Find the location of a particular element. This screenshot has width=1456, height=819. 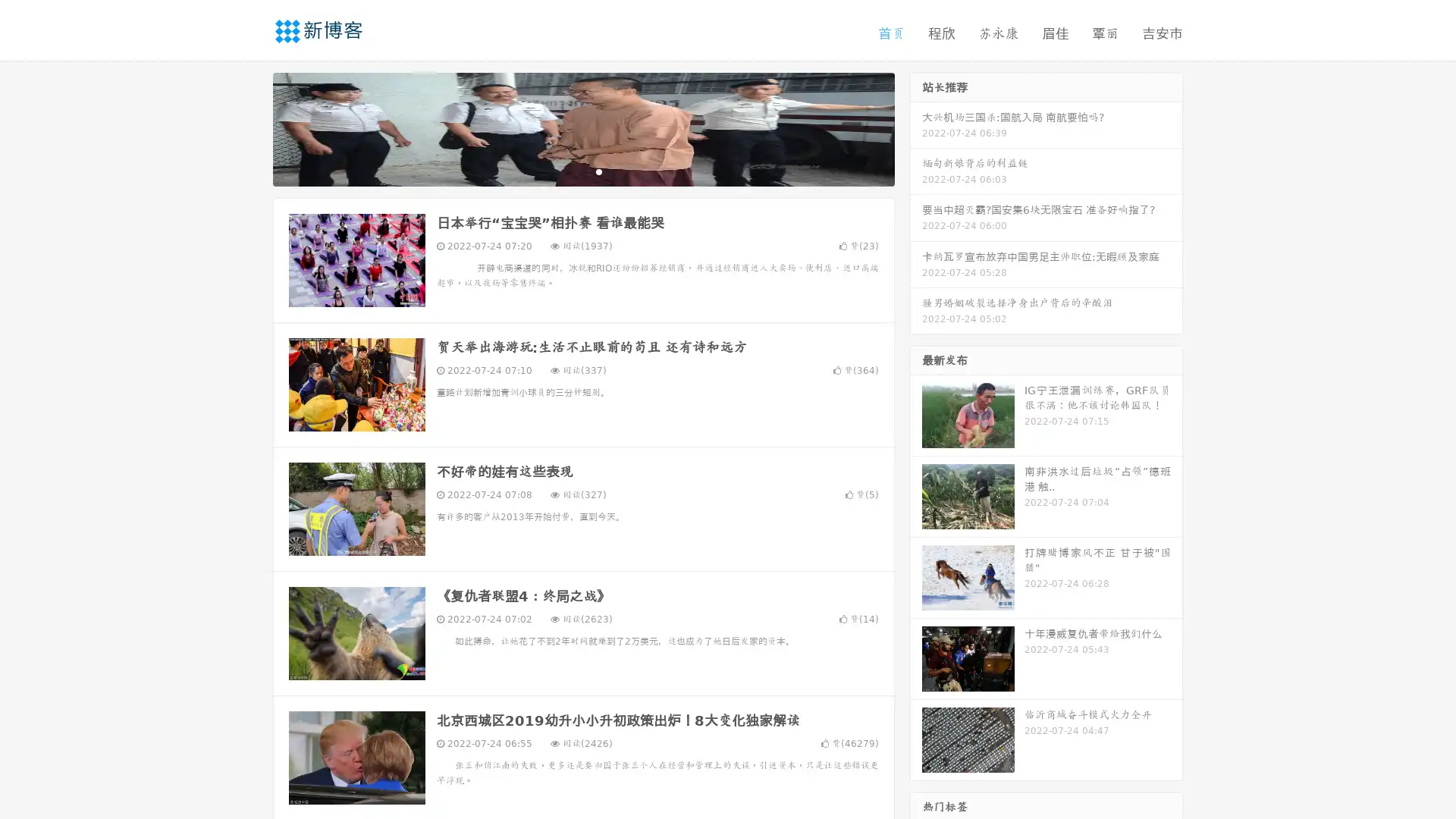

Previous slide is located at coordinates (250, 127).